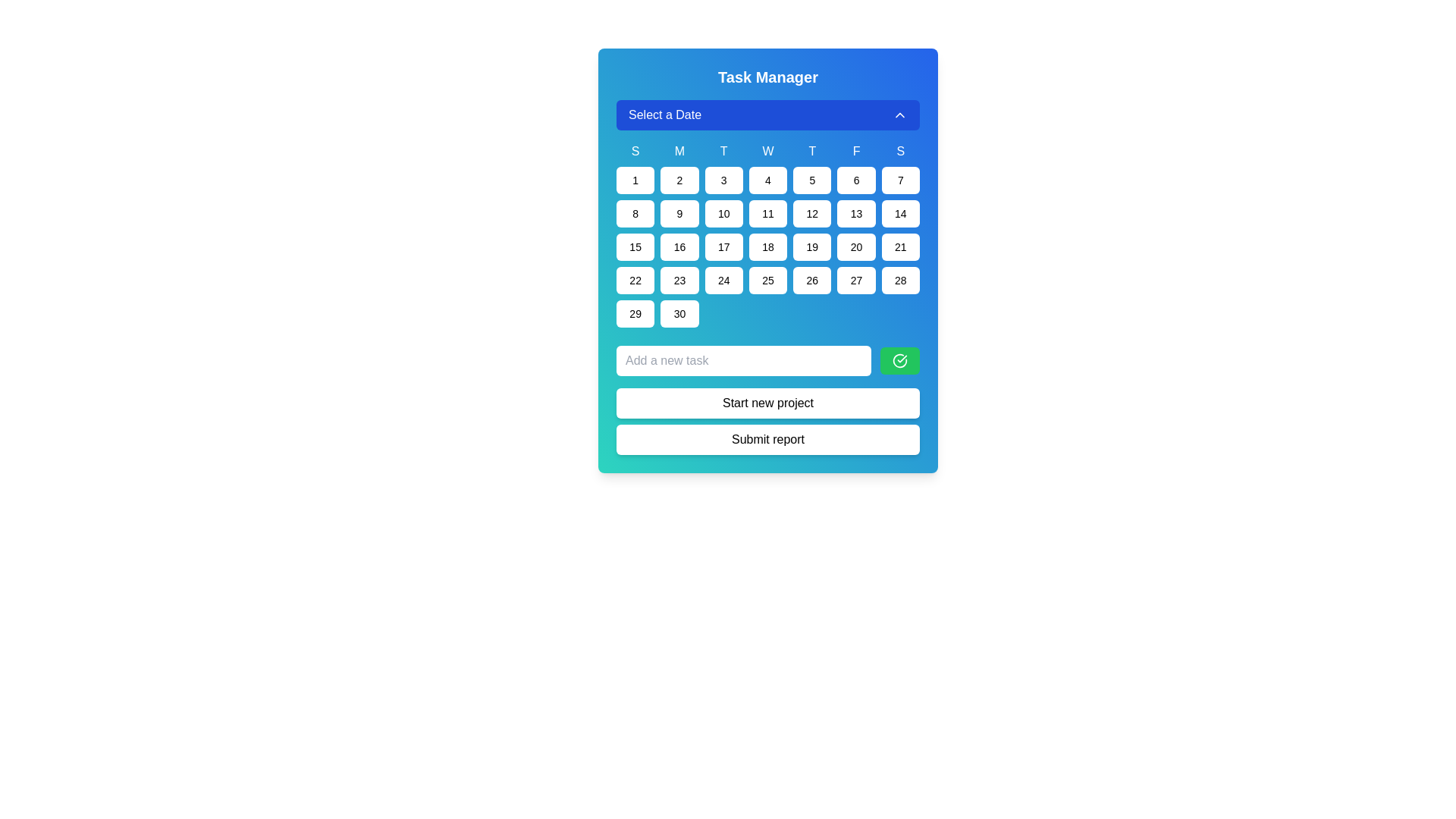 This screenshot has width=1456, height=819. Describe the element at coordinates (679, 213) in the screenshot. I see `the button labeled '9' in the Task Manager section, located in the third row and second column of the grid` at that location.